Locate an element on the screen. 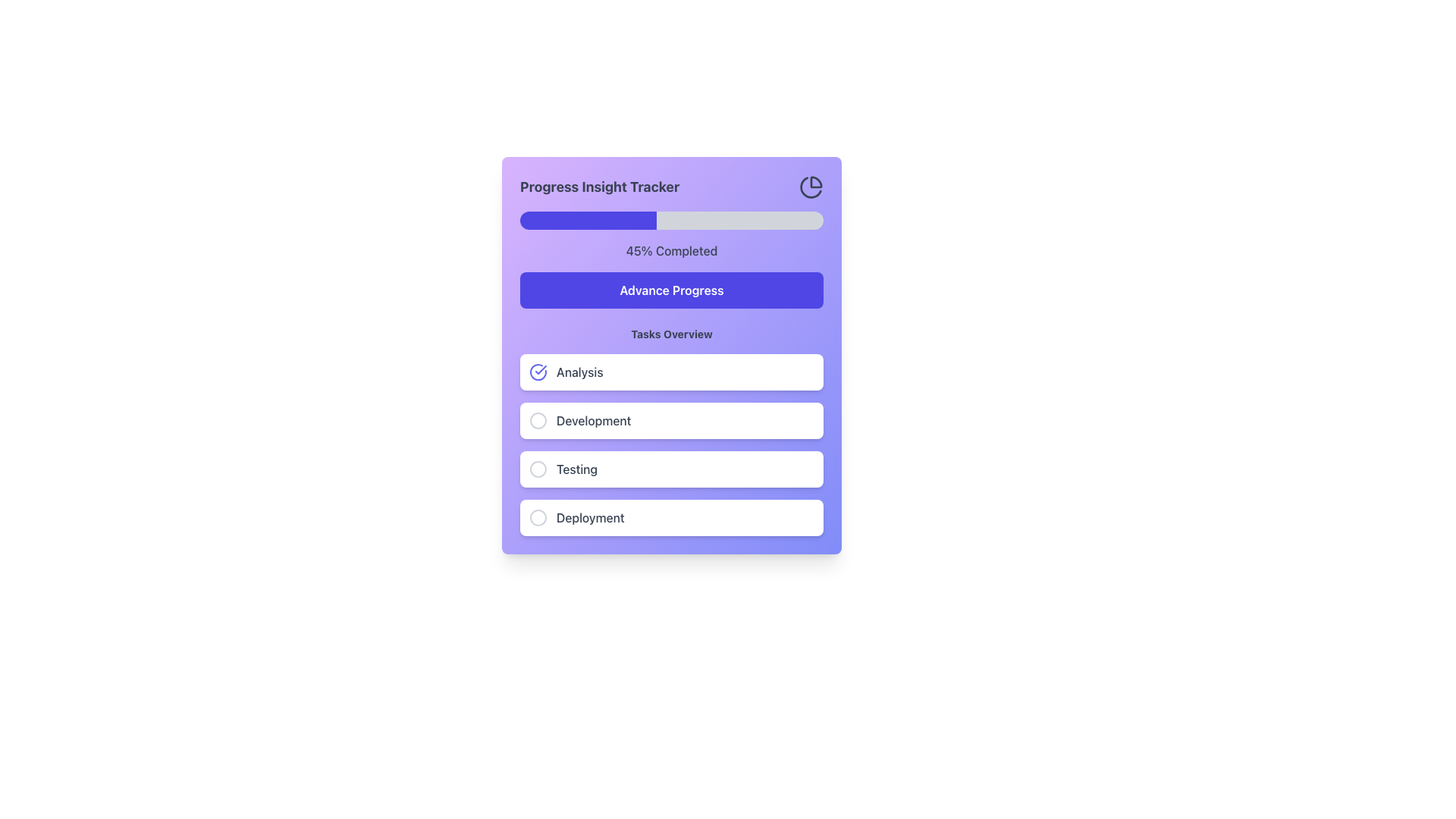  the second list item in a vertical list that represents 'Development' is located at coordinates (671, 421).